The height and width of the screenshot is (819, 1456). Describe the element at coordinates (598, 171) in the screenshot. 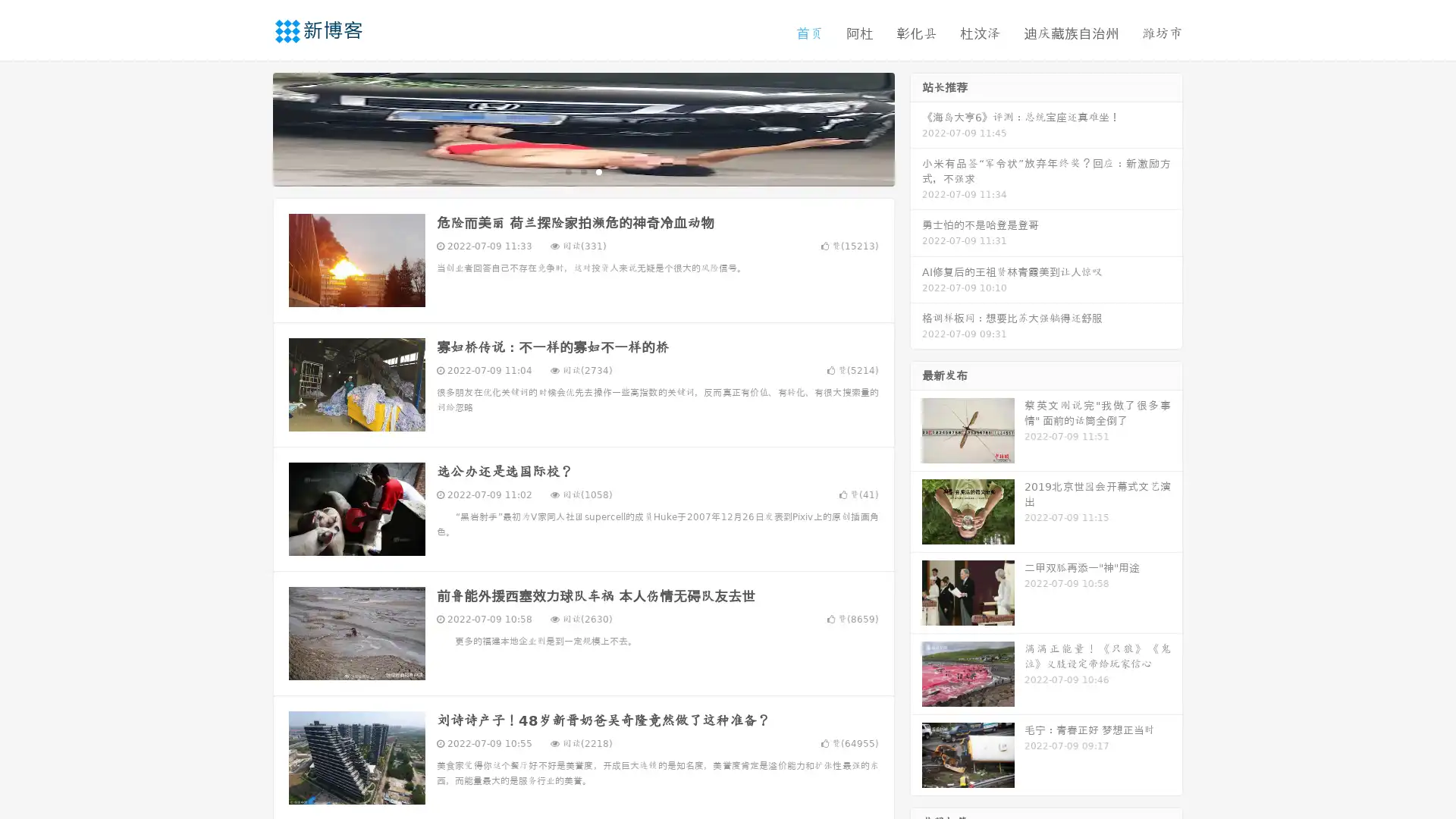

I see `Go to slide 3` at that location.